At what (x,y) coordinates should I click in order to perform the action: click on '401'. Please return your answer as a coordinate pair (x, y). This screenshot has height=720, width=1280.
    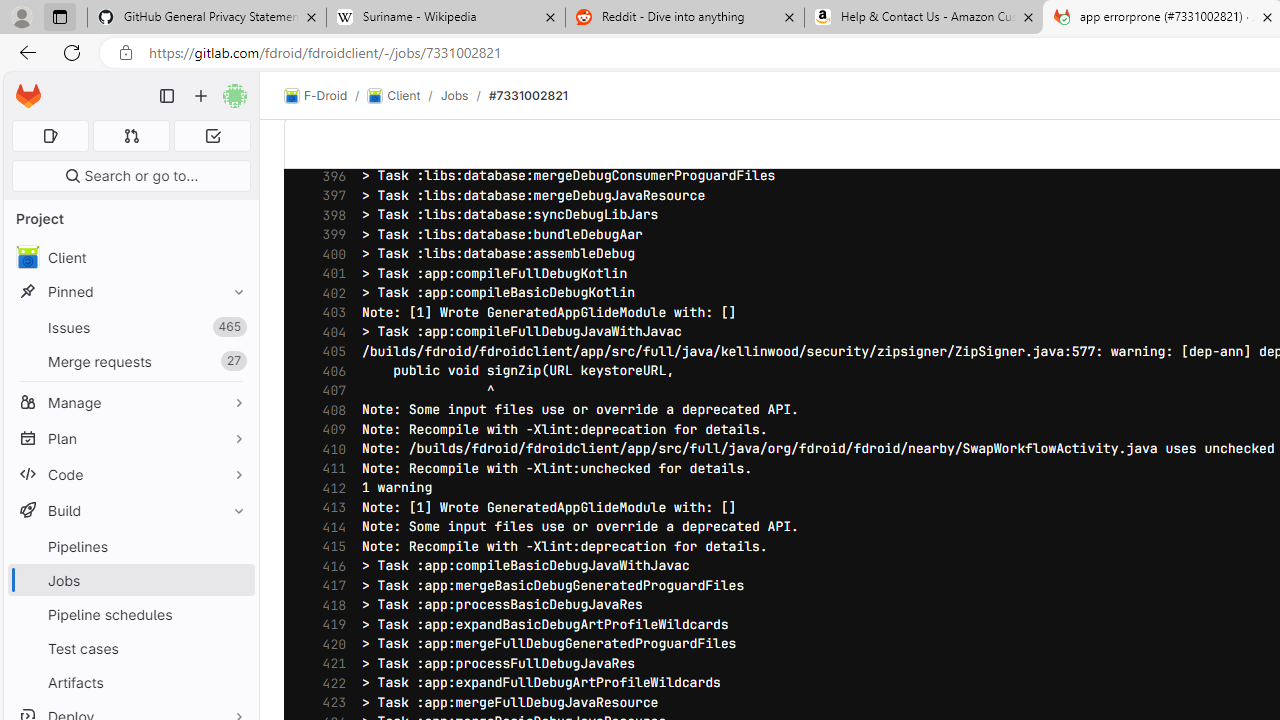
    Looking at the image, I should click on (329, 273).